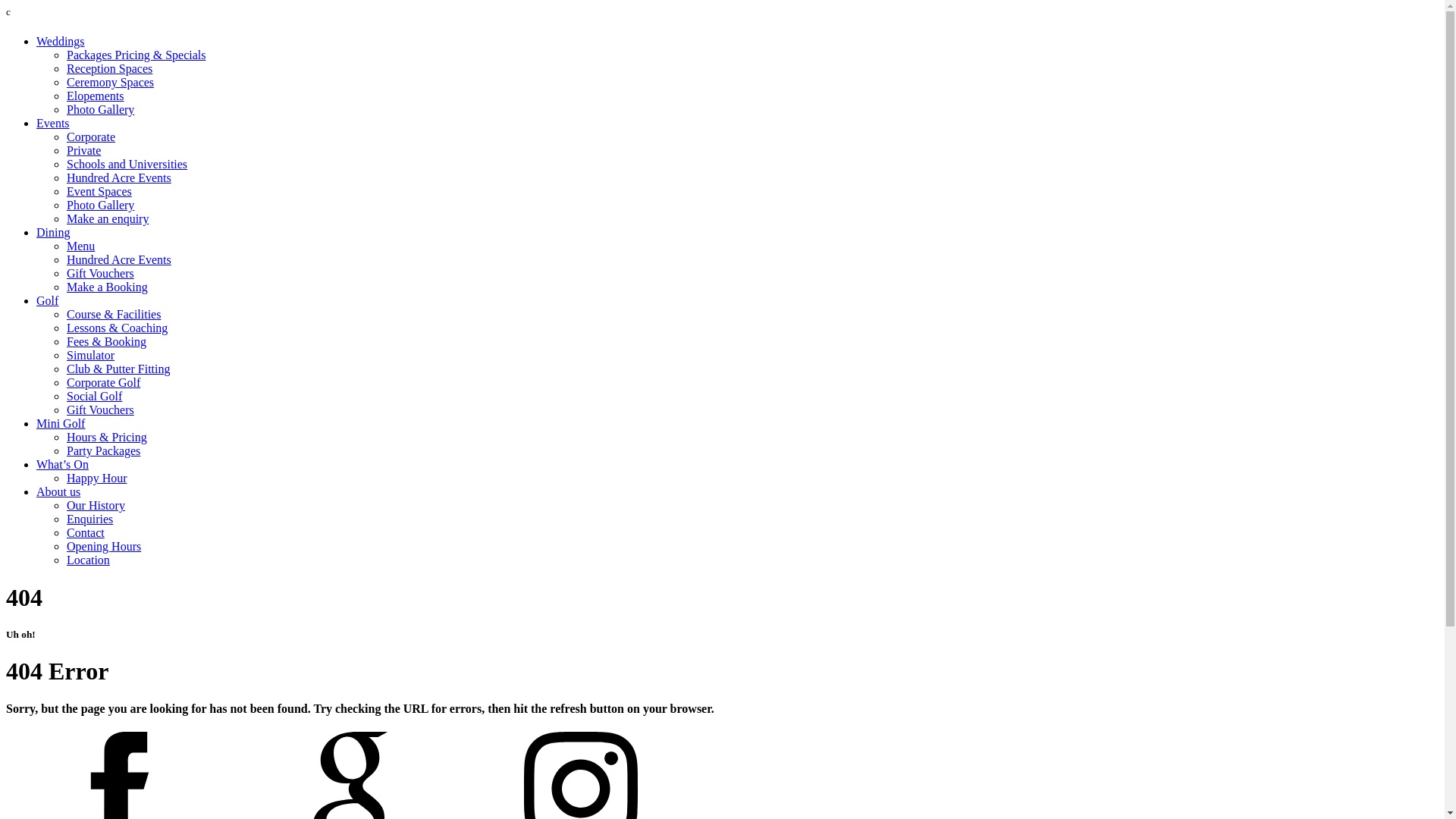 The width and height of the screenshot is (1456, 819). I want to click on 'Corporate Golf', so click(102, 381).